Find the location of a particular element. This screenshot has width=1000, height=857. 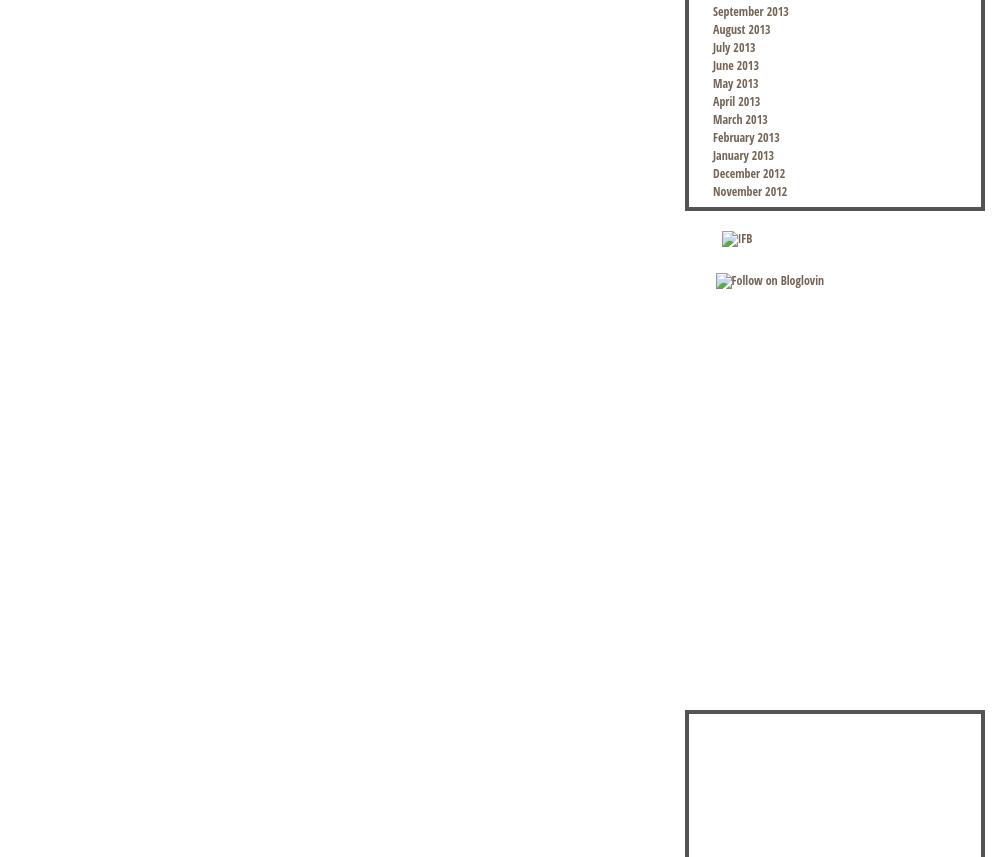

'January 2013' is located at coordinates (742, 154).